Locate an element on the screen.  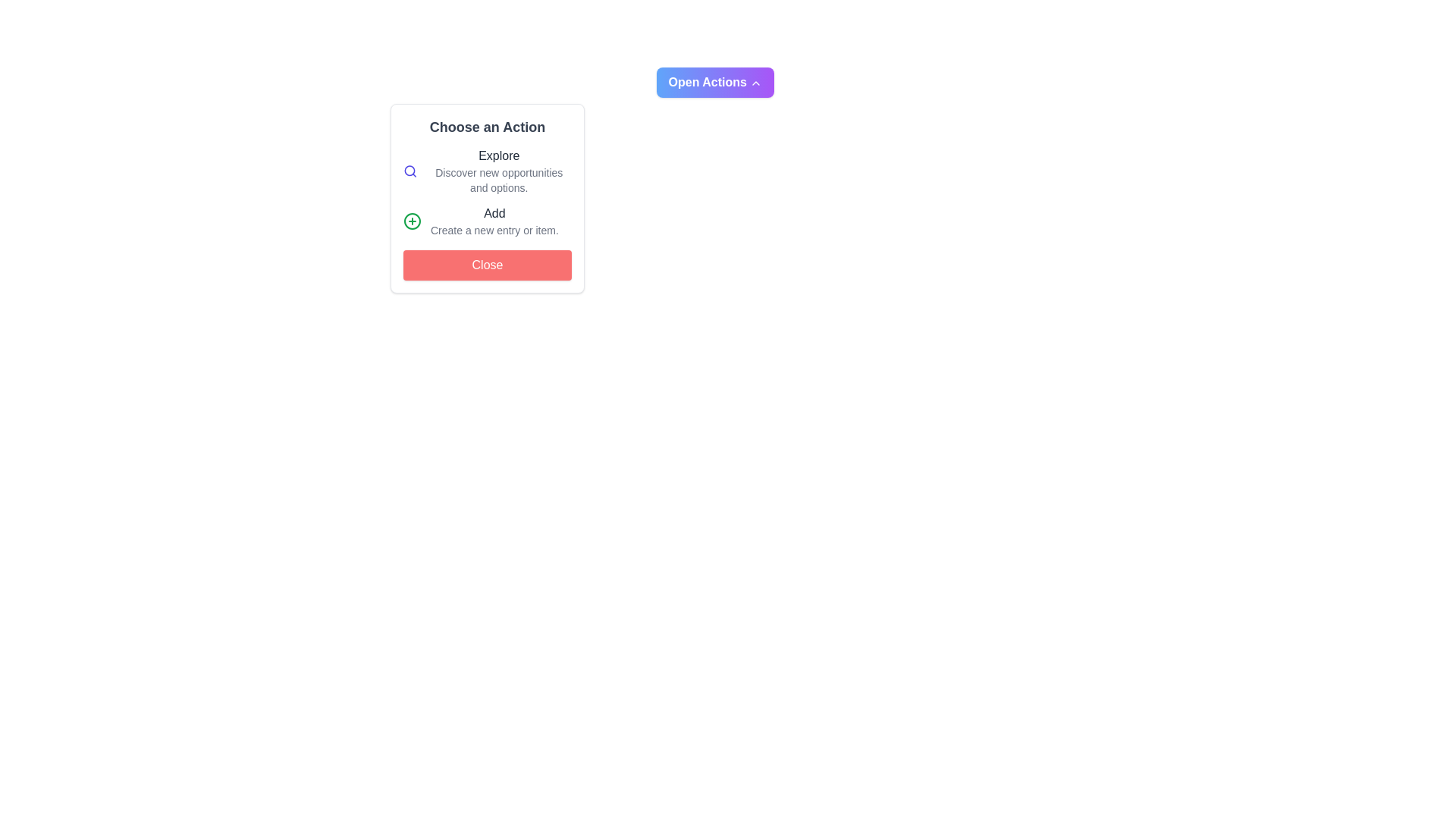
the decorative SVG component that identifies the search functionality, located in the upper right area of the UI, near the 'Open Actions' button is located at coordinates (409, 171).